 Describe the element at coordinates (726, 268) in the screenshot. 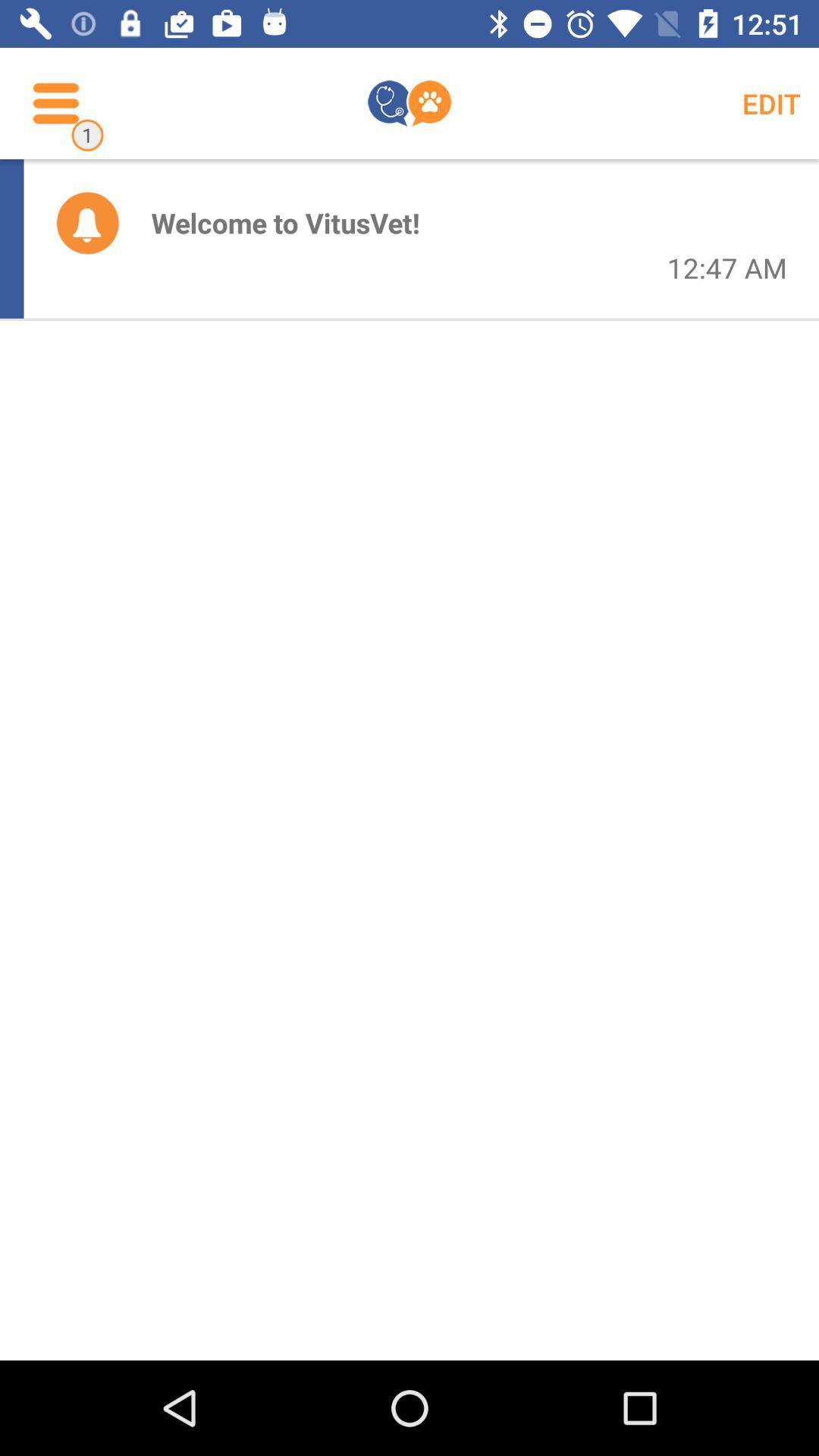

I see `the 12:47 am icon` at that location.